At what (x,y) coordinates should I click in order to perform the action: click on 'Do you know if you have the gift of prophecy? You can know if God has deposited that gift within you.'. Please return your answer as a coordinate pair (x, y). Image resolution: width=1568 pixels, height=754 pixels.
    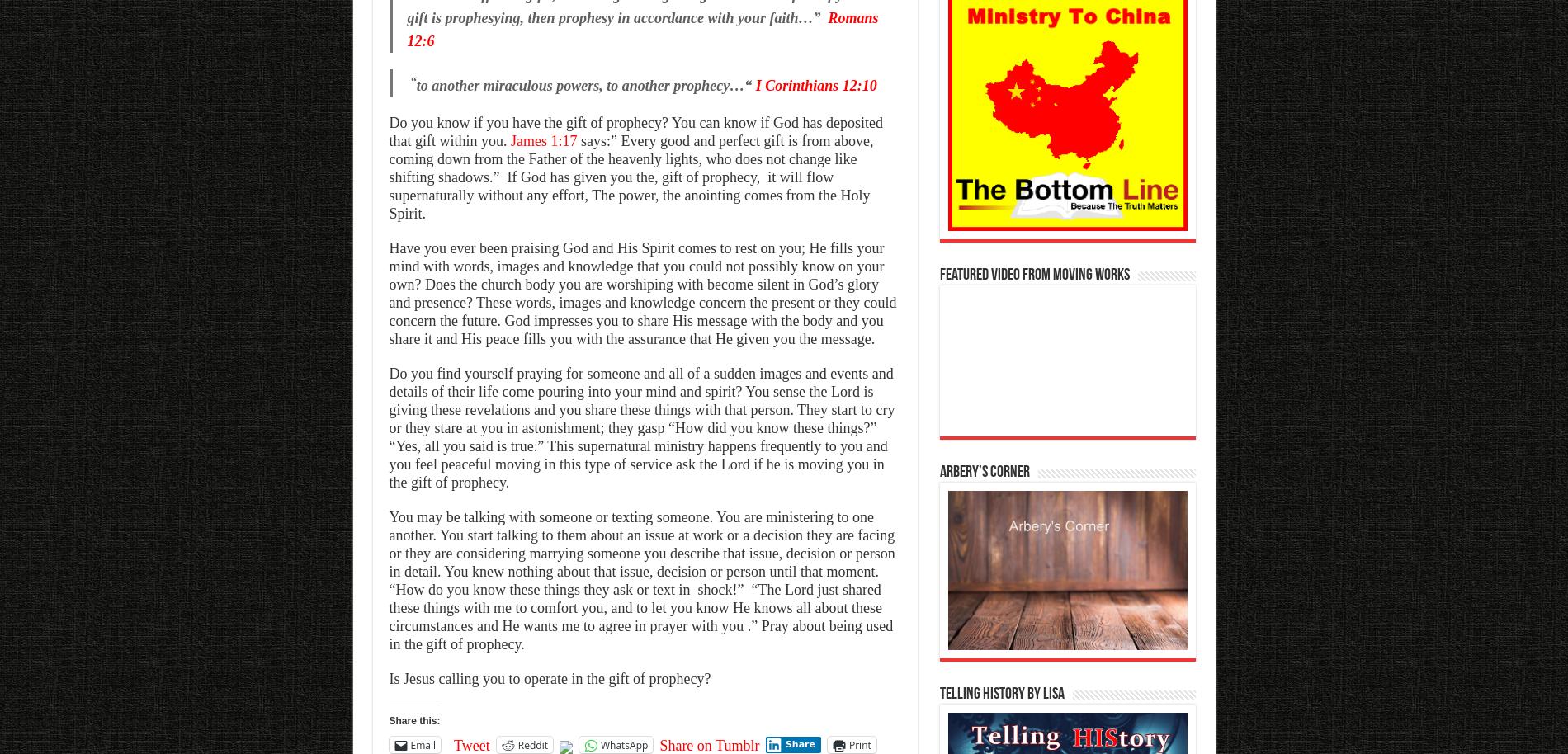
    Looking at the image, I should click on (635, 130).